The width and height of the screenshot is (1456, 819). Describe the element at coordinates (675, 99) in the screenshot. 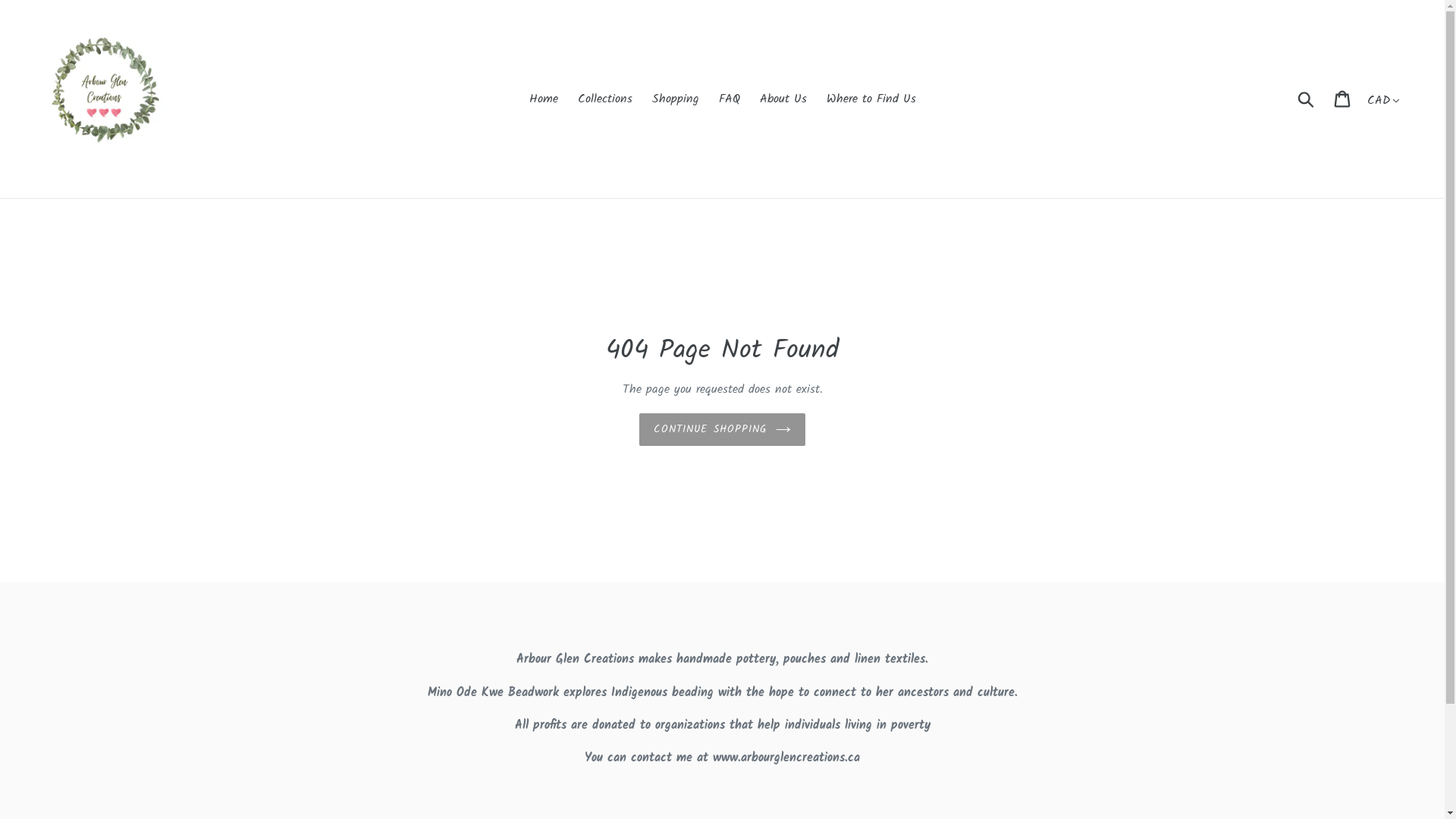

I see `'Shopping'` at that location.